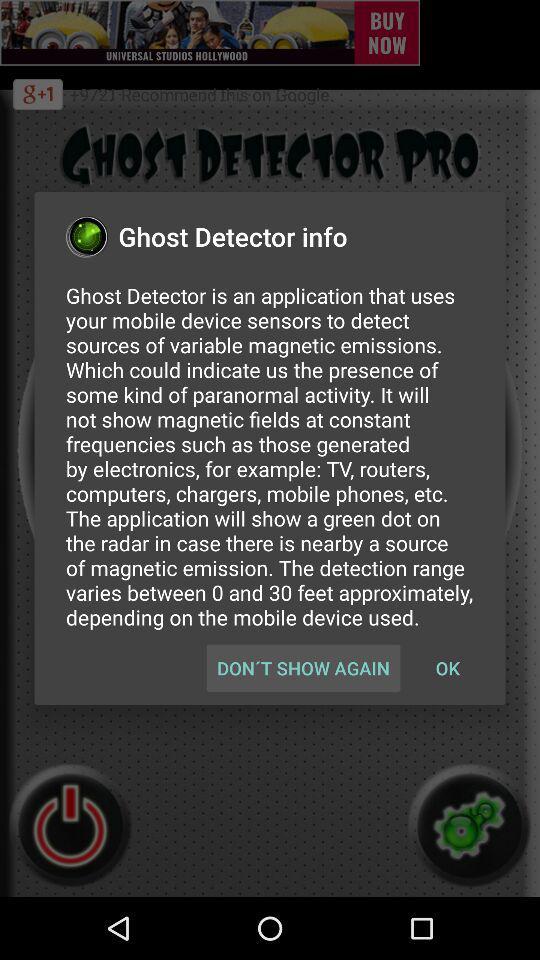  I want to click on the item at the bottom, so click(302, 668).